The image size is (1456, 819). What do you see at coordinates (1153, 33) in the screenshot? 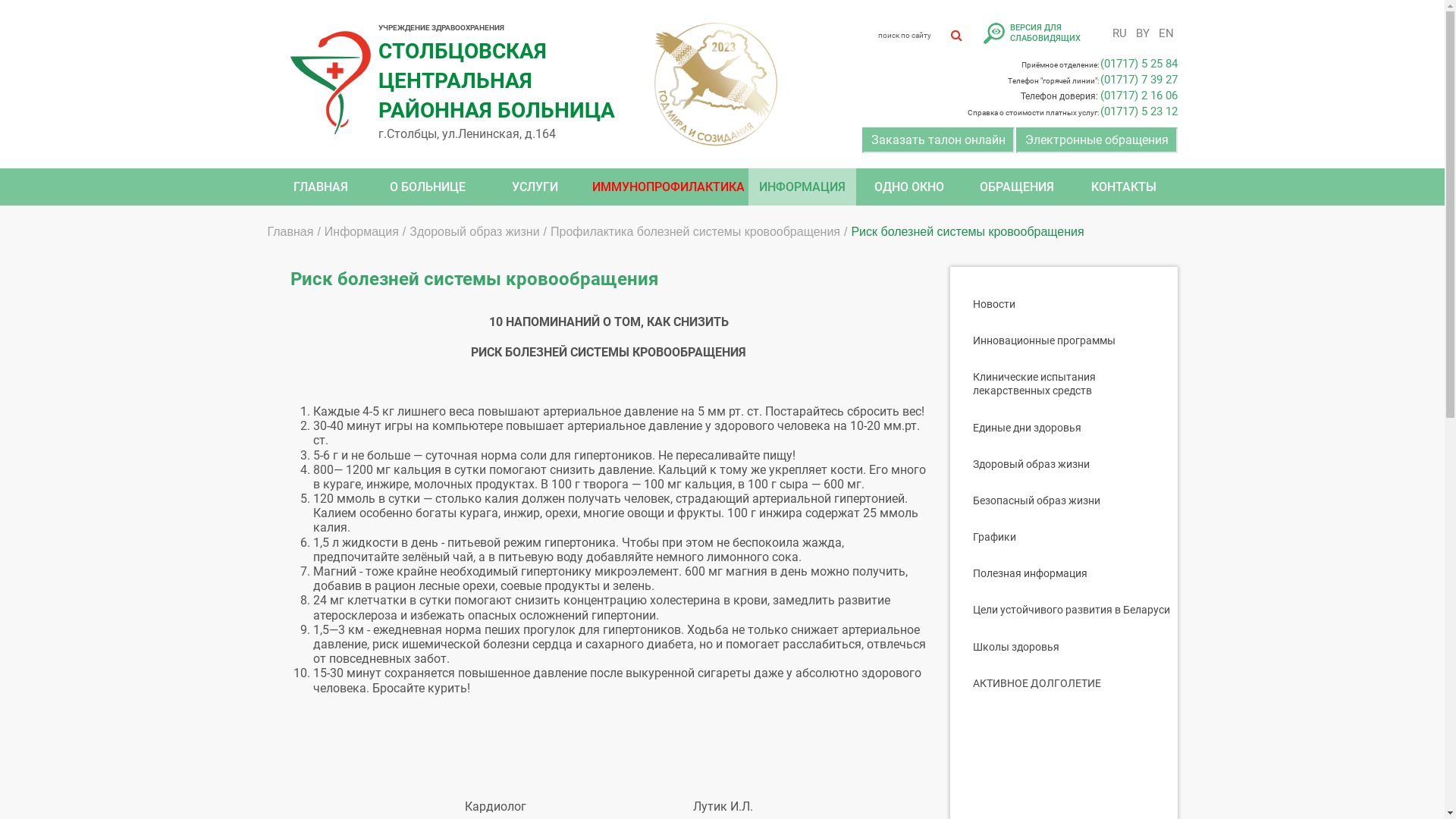
I see `'EN'` at bounding box center [1153, 33].